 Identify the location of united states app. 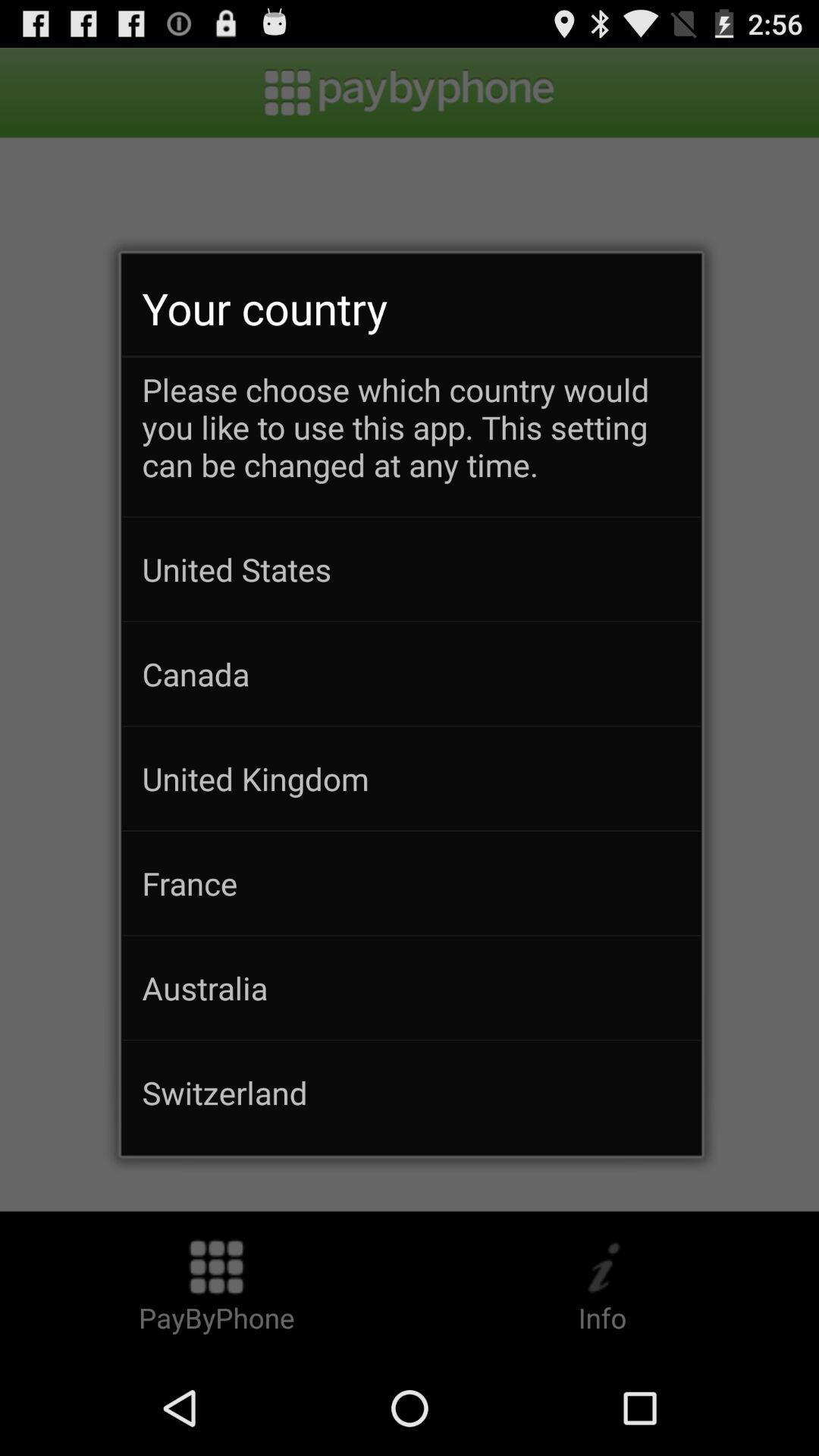
(411, 568).